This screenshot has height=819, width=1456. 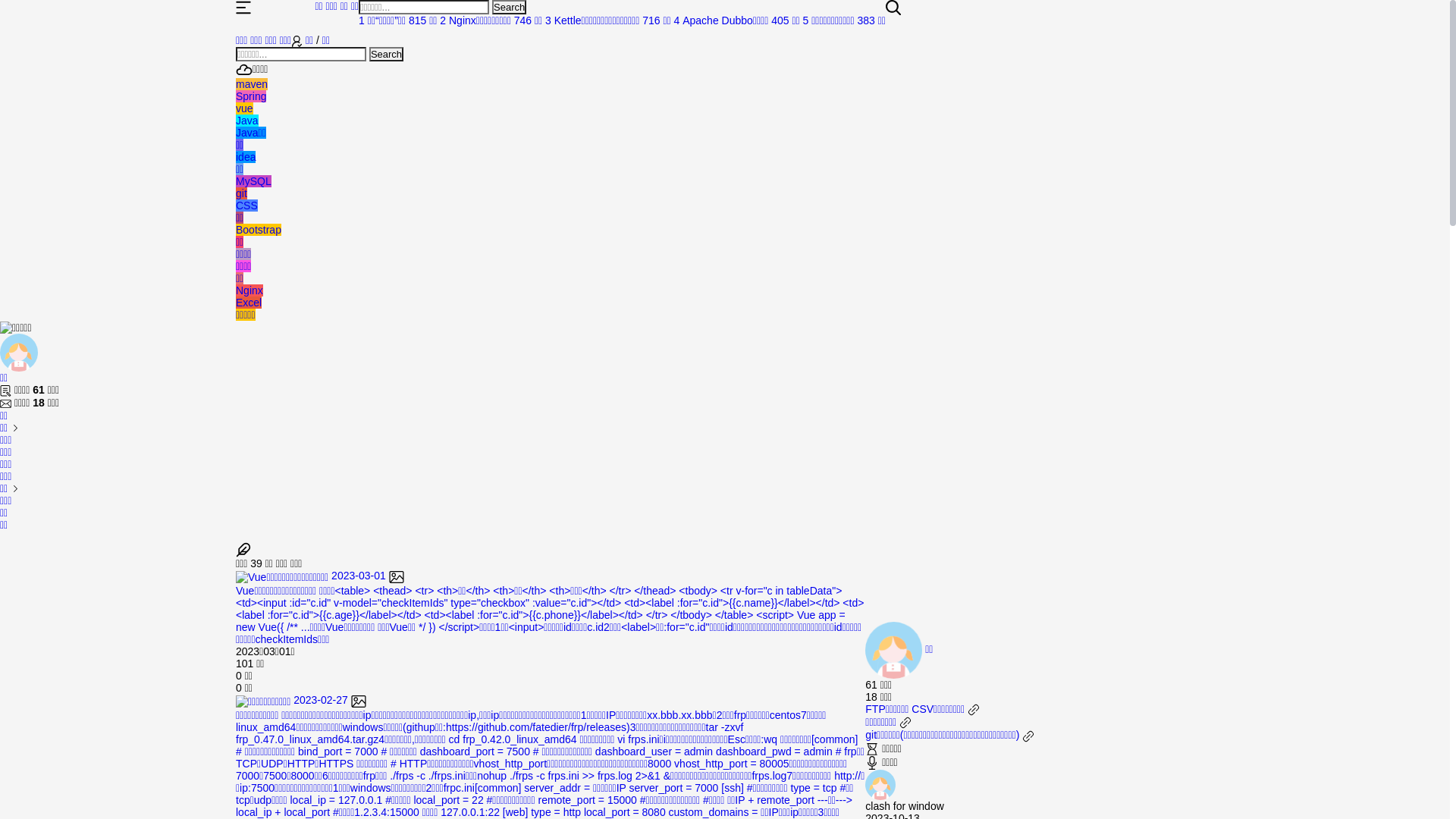 What do you see at coordinates (246, 157) in the screenshot?
I see `'idea'` at bounding box center [246, 157].